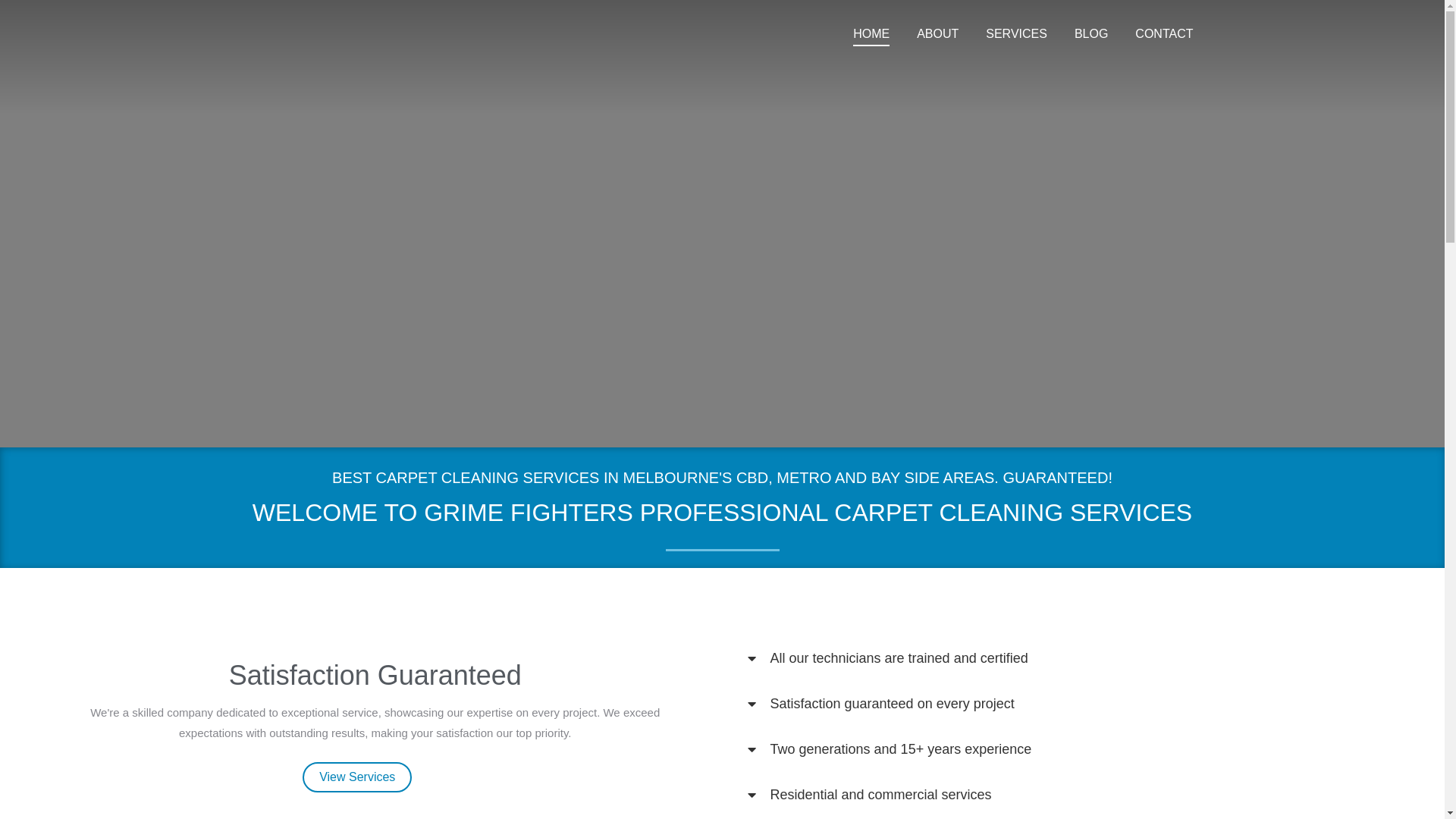 The height and width of the screenshot is (819, 1456). I want to click on 'CONTACT', so click(1163, 34).